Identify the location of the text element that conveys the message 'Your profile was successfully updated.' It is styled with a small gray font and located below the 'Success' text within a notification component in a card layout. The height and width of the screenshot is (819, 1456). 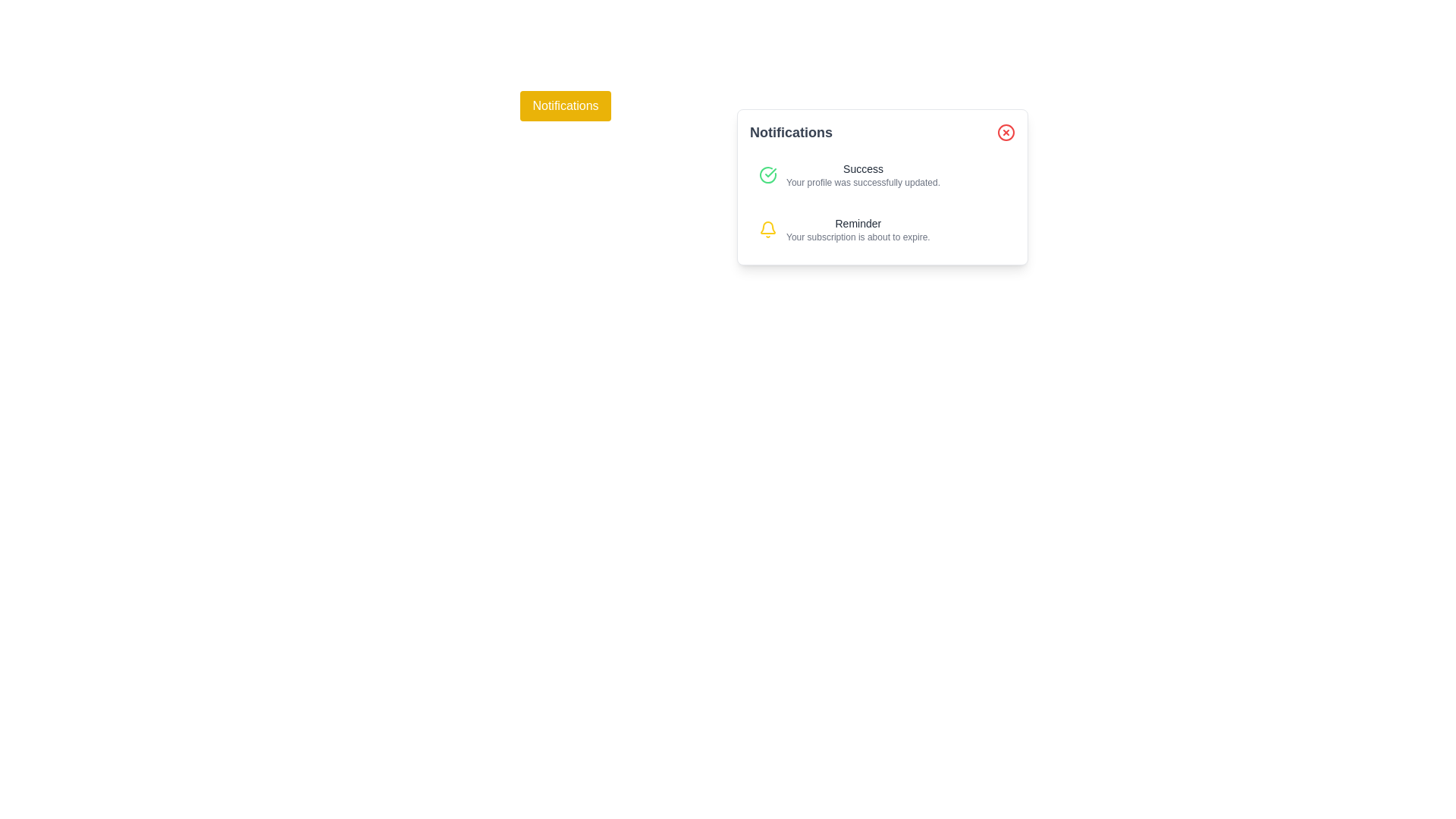
(863, 181).